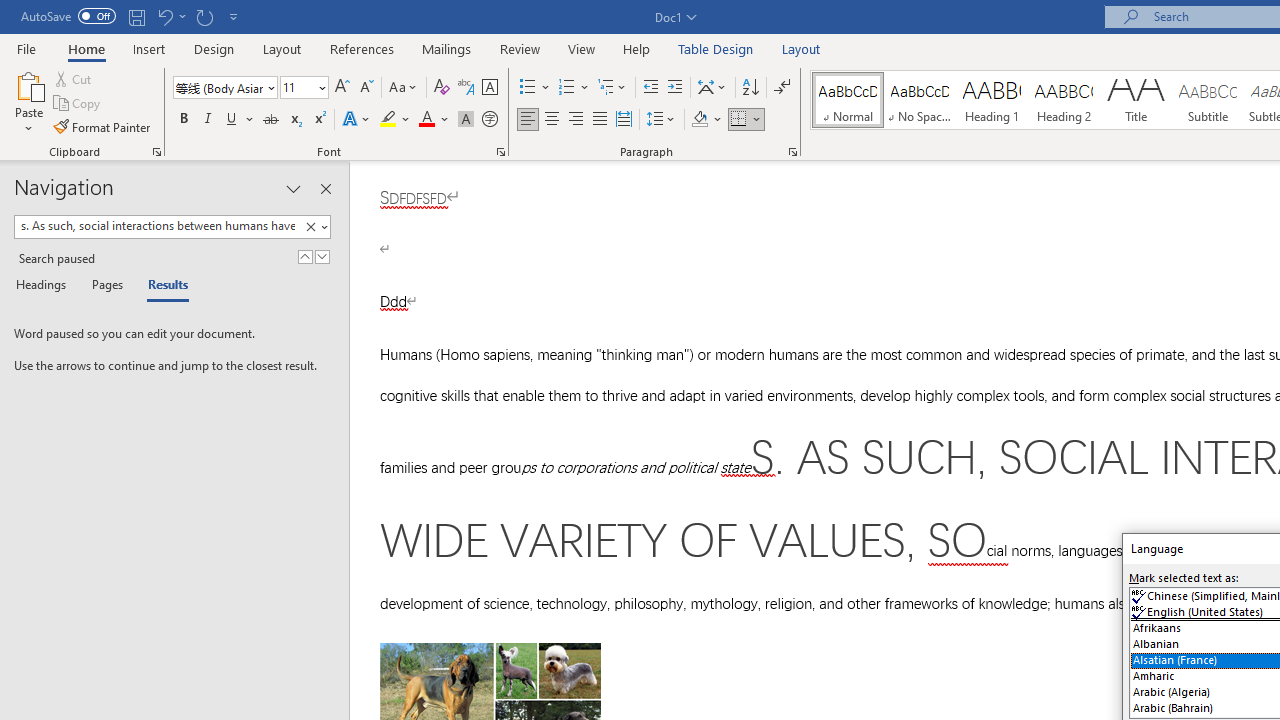  What do you see at coordinates (489, 86) in the screenshot?
I see `'Character Border'` at bounding box center [489, 86].